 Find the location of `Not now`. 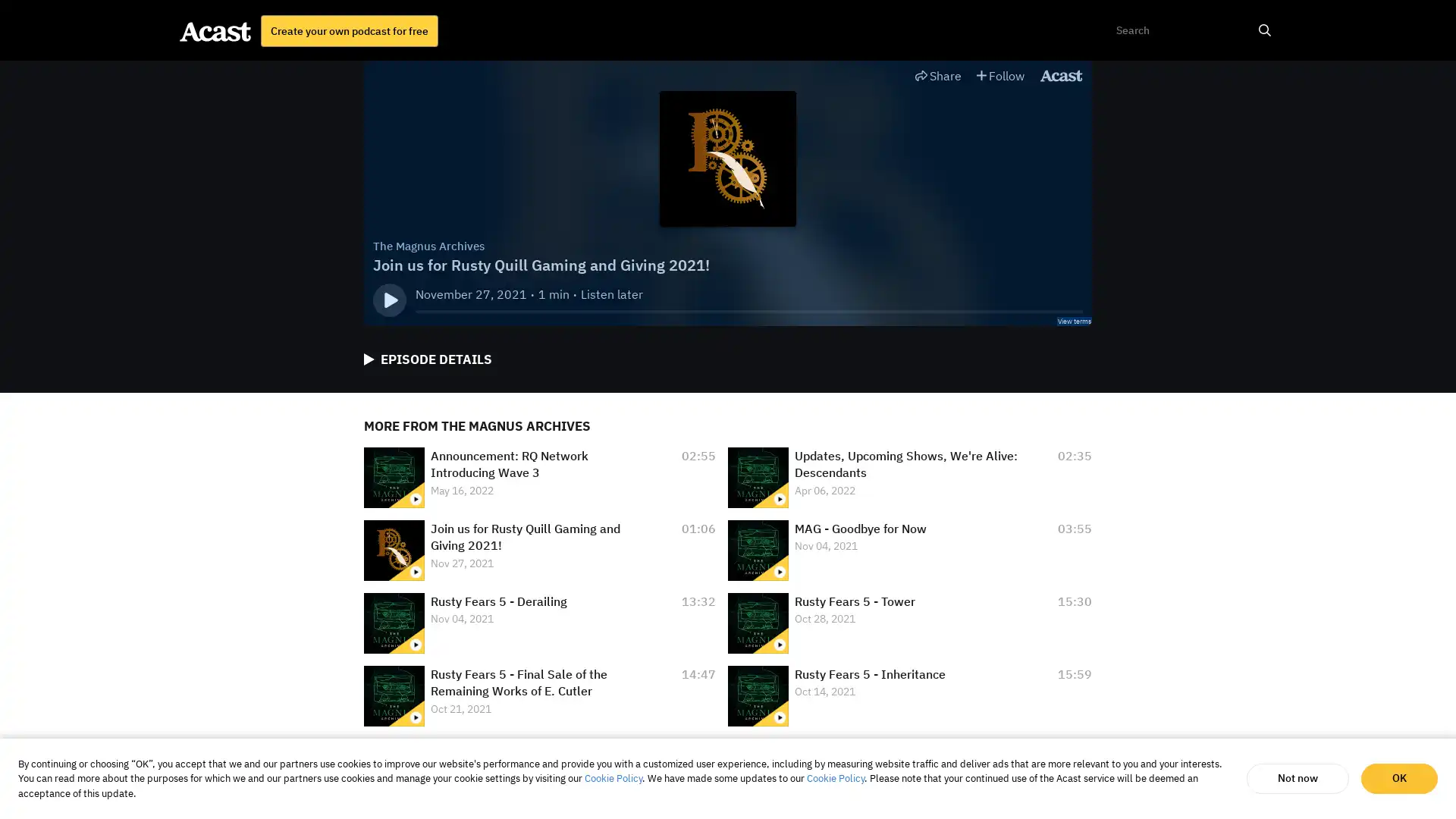

Not now is located at coordinates (1297, 778).